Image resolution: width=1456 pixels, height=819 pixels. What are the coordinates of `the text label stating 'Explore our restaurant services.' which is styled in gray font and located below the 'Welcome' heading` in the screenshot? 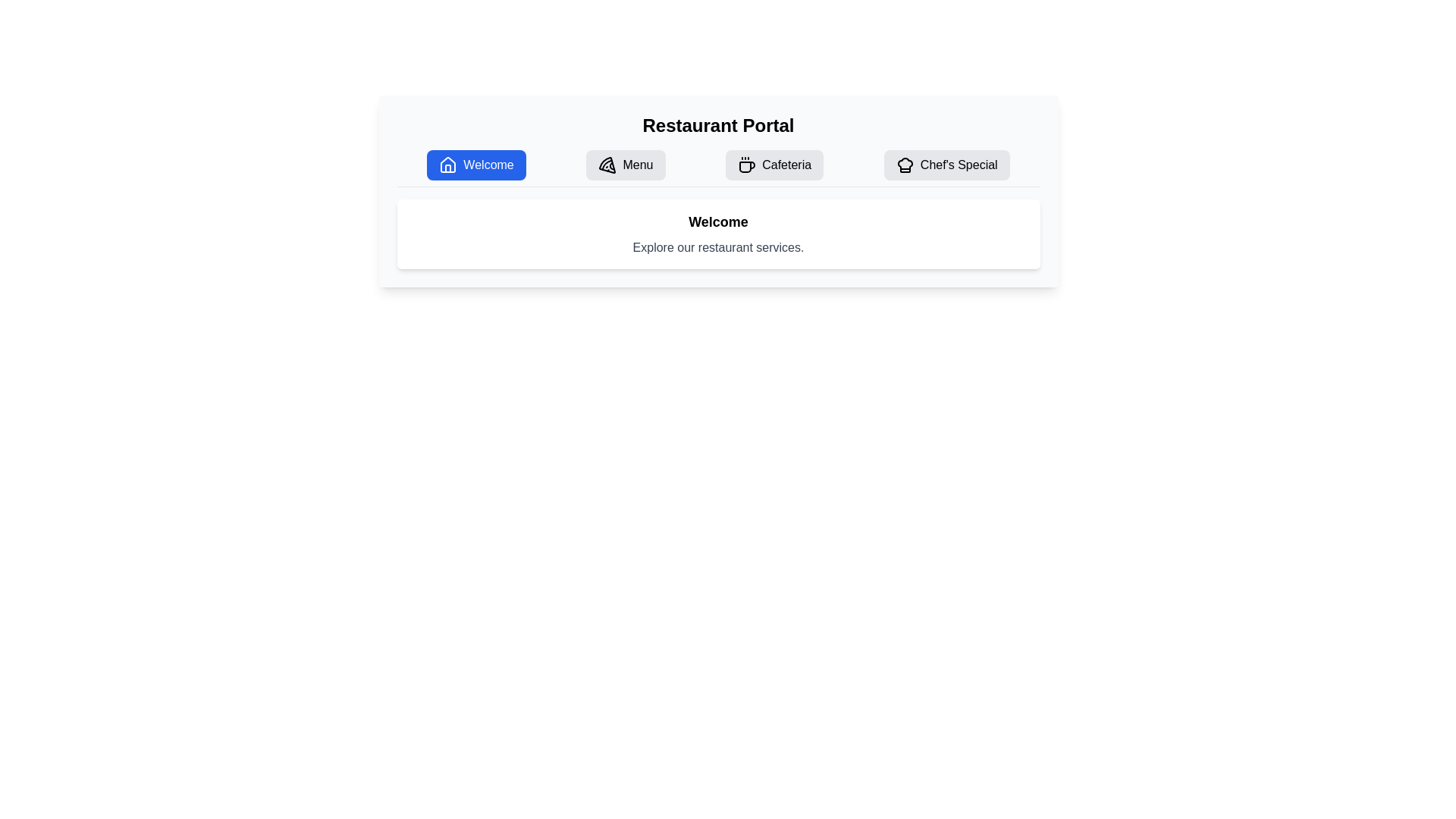 It's located at (717, 247).